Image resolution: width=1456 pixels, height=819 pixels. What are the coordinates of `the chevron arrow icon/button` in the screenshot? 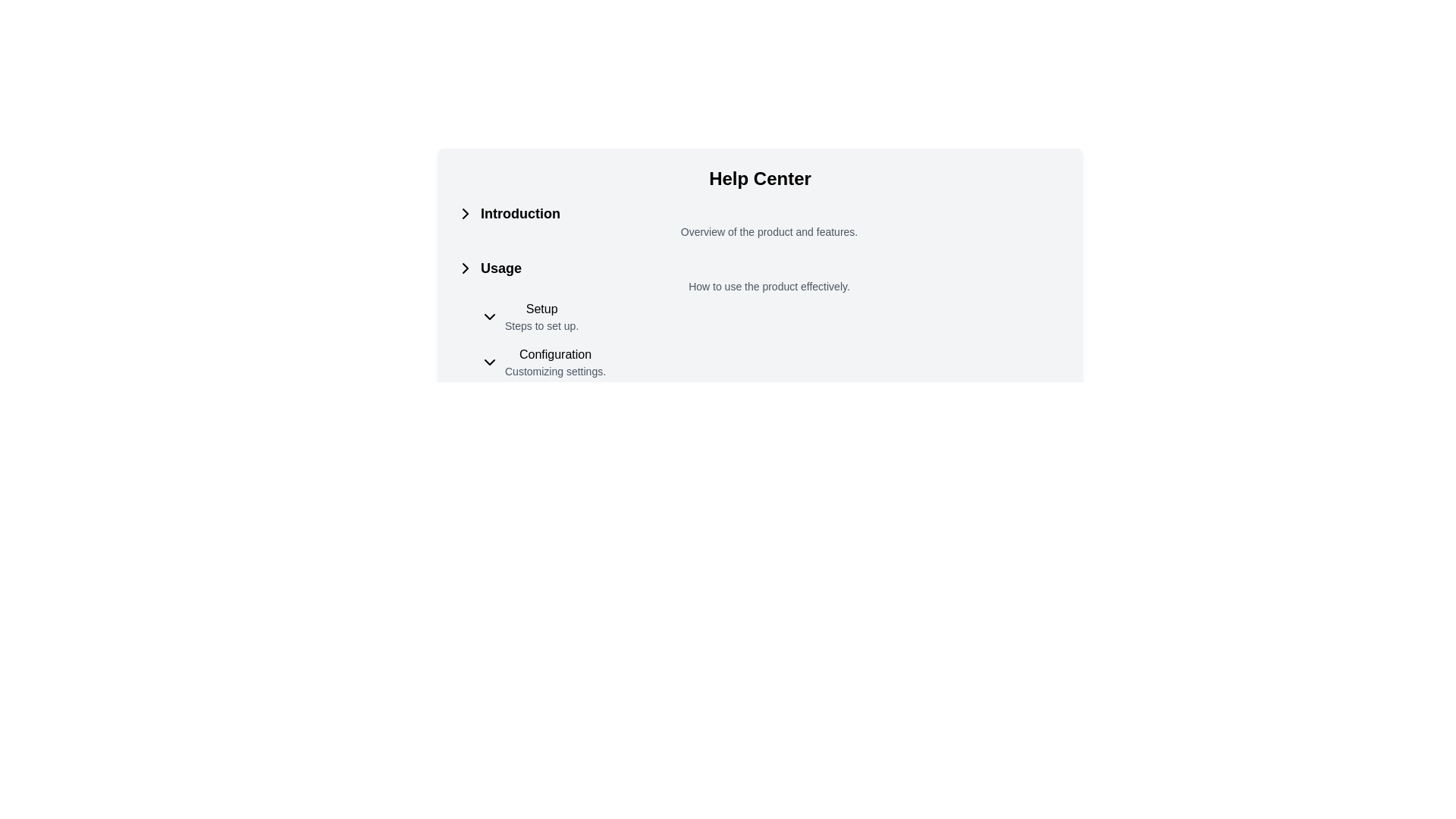 It's located at (465, 213).